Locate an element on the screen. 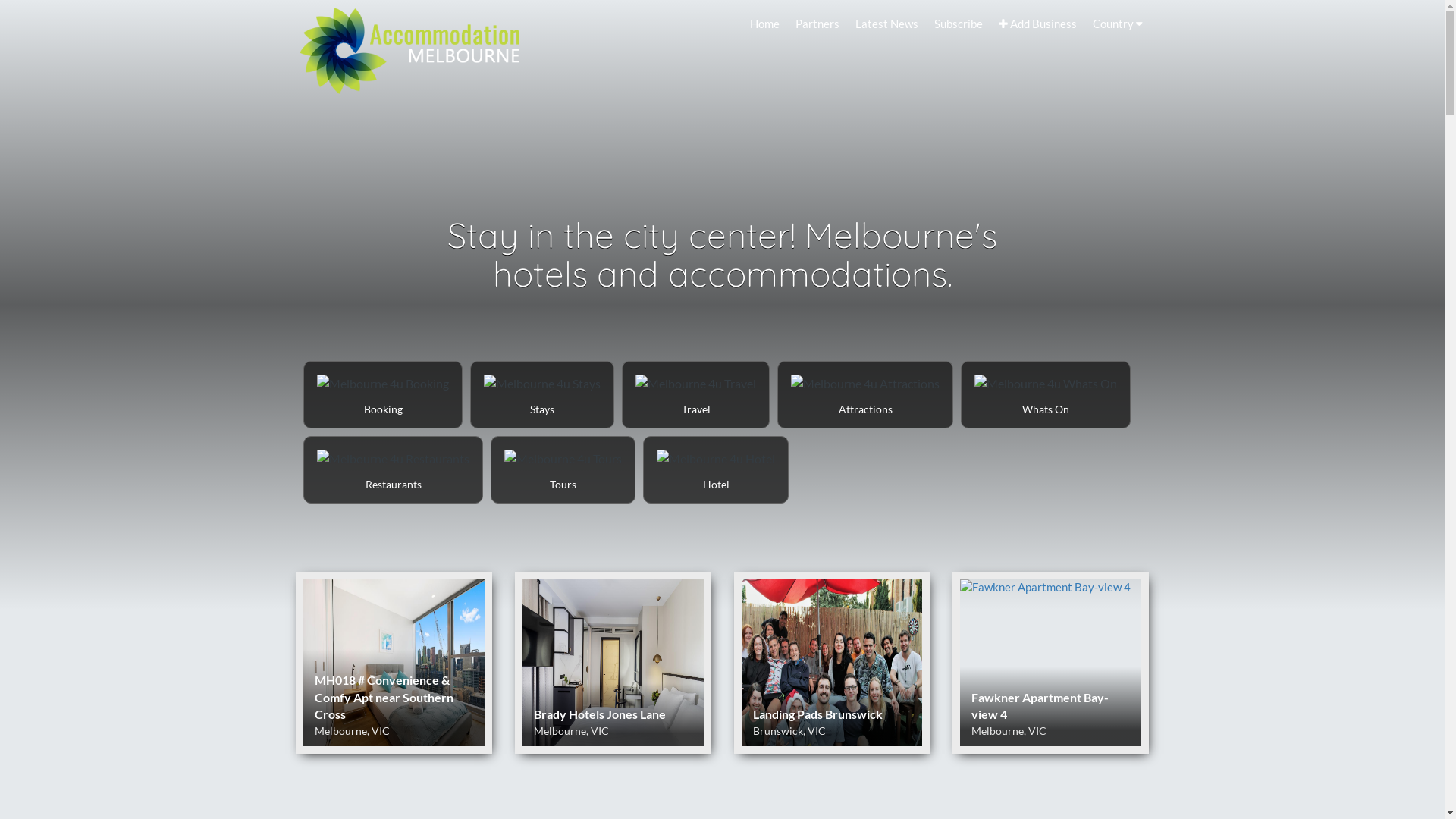  'Booking Melbourne 4u' is located at coordinates (382, 394).